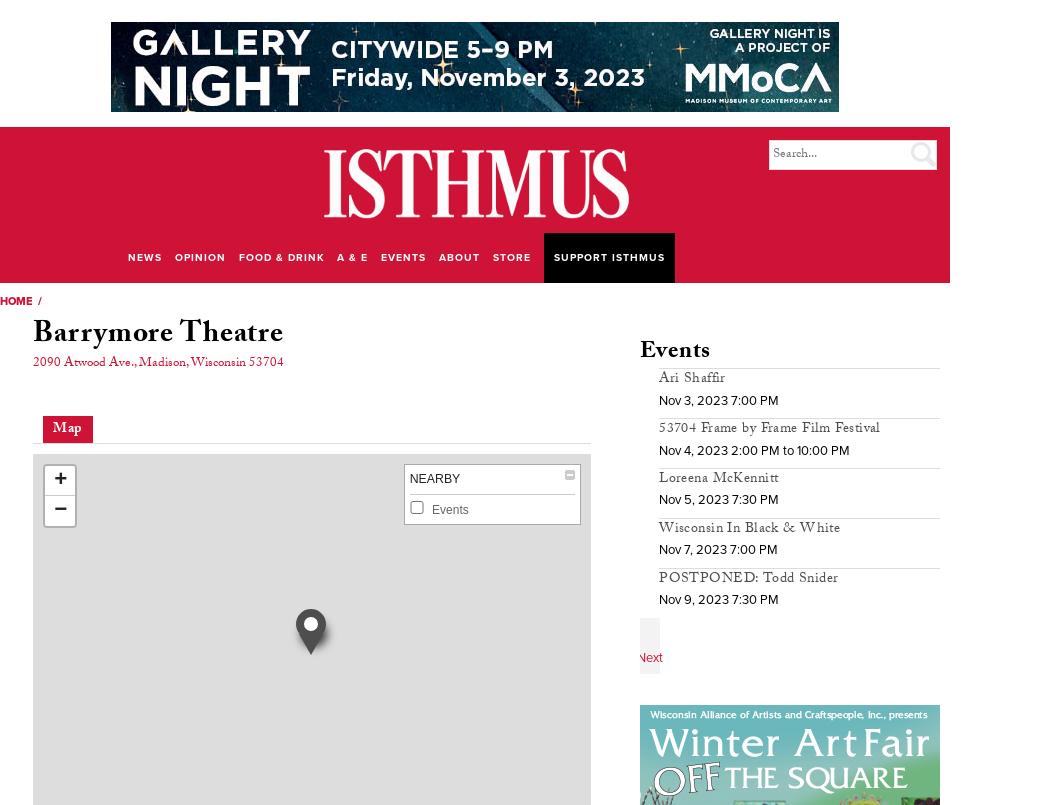 Image resolution: width=1060 pixels, height=805 pixels. Describe the element at coordinates (717, 499) in the screenshot. I see `'Nov 5, 2023 7:30 PM'` at that location.